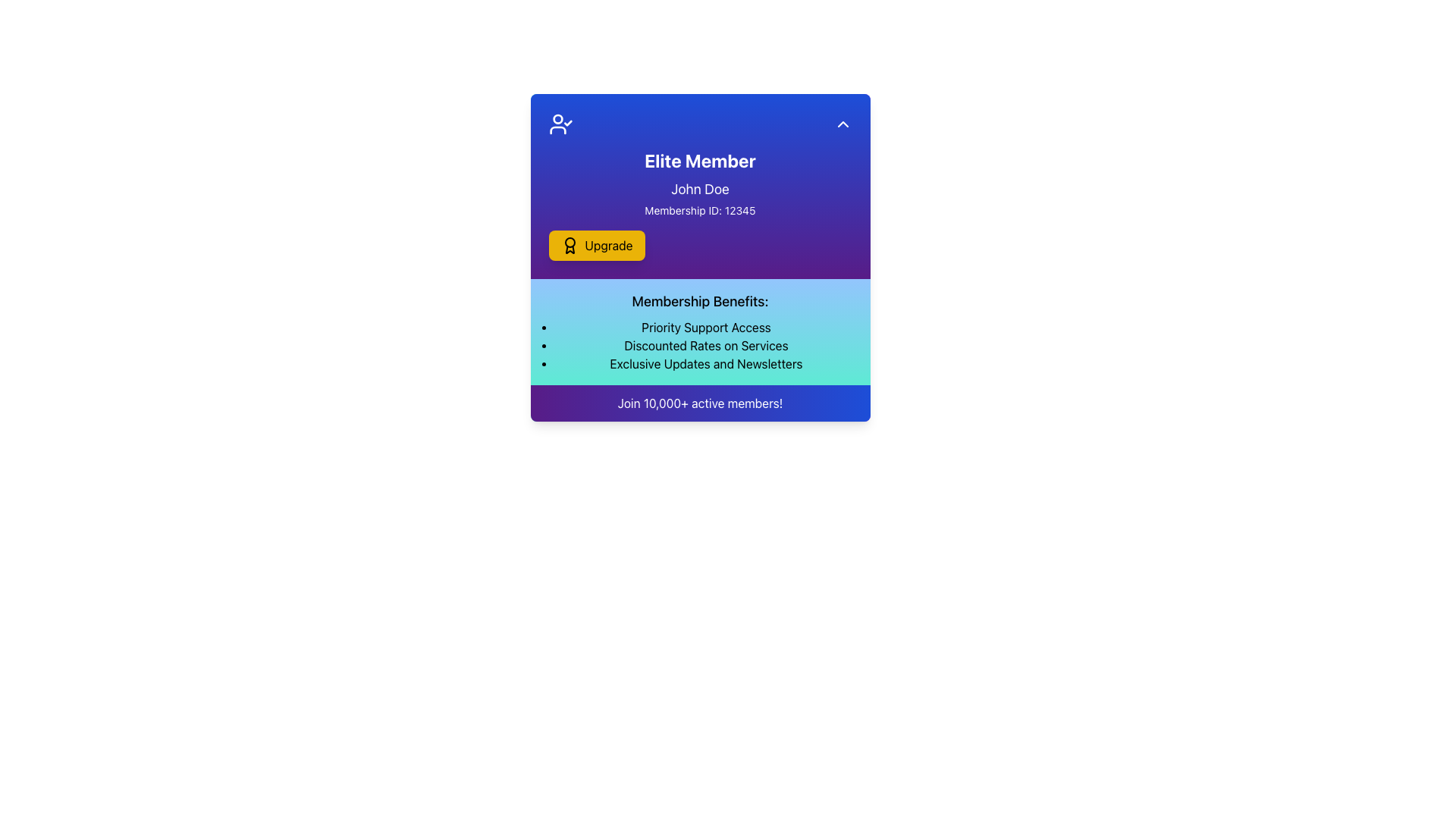  I want to click on the chevron-up button with a thin white outline on a deep blue background in the top-right corner of the membership card layout, so click(842, 124).